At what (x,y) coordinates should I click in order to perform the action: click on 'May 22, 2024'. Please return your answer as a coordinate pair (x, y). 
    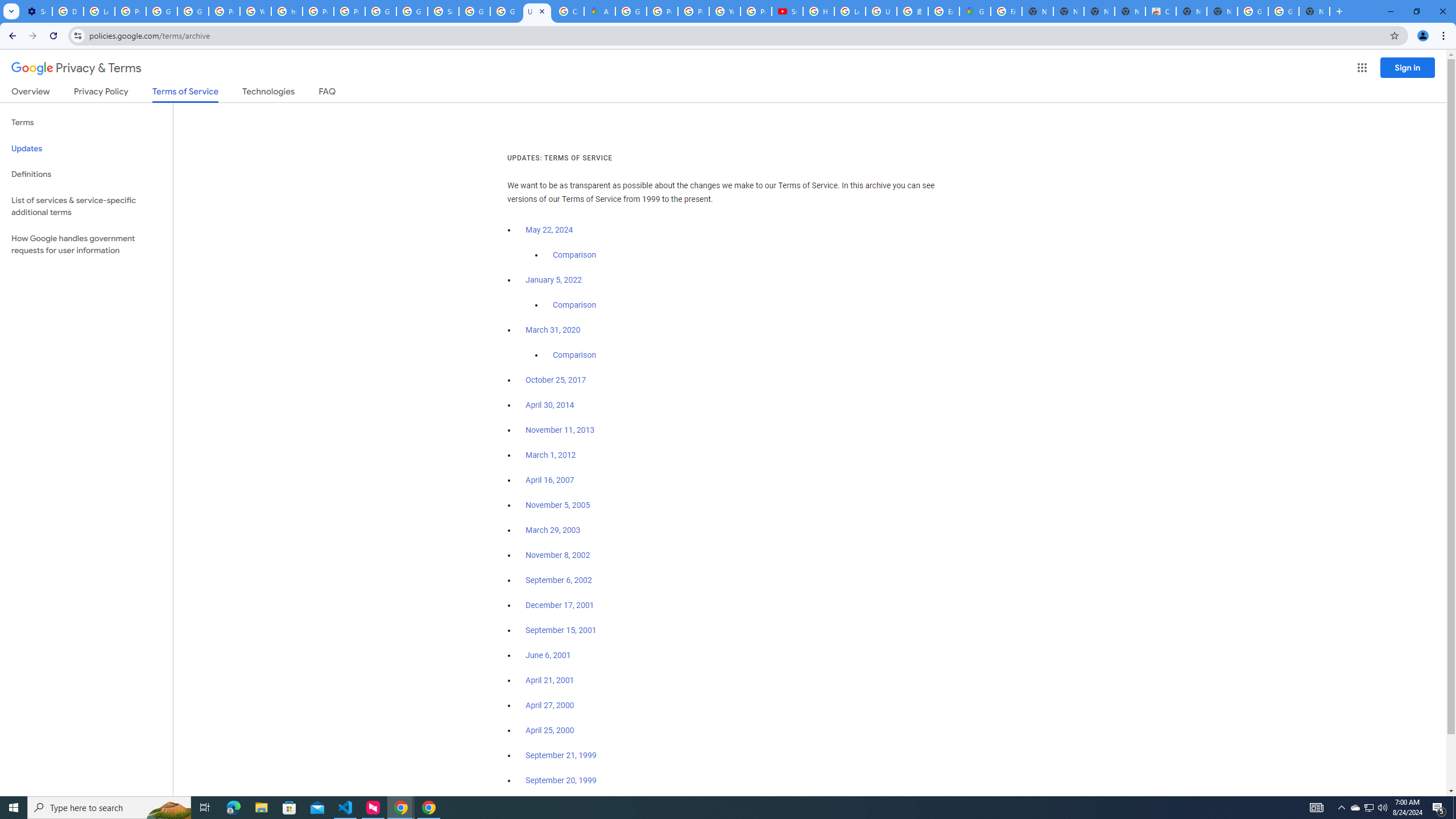
    Looking at the image, I should click on (549, 230).